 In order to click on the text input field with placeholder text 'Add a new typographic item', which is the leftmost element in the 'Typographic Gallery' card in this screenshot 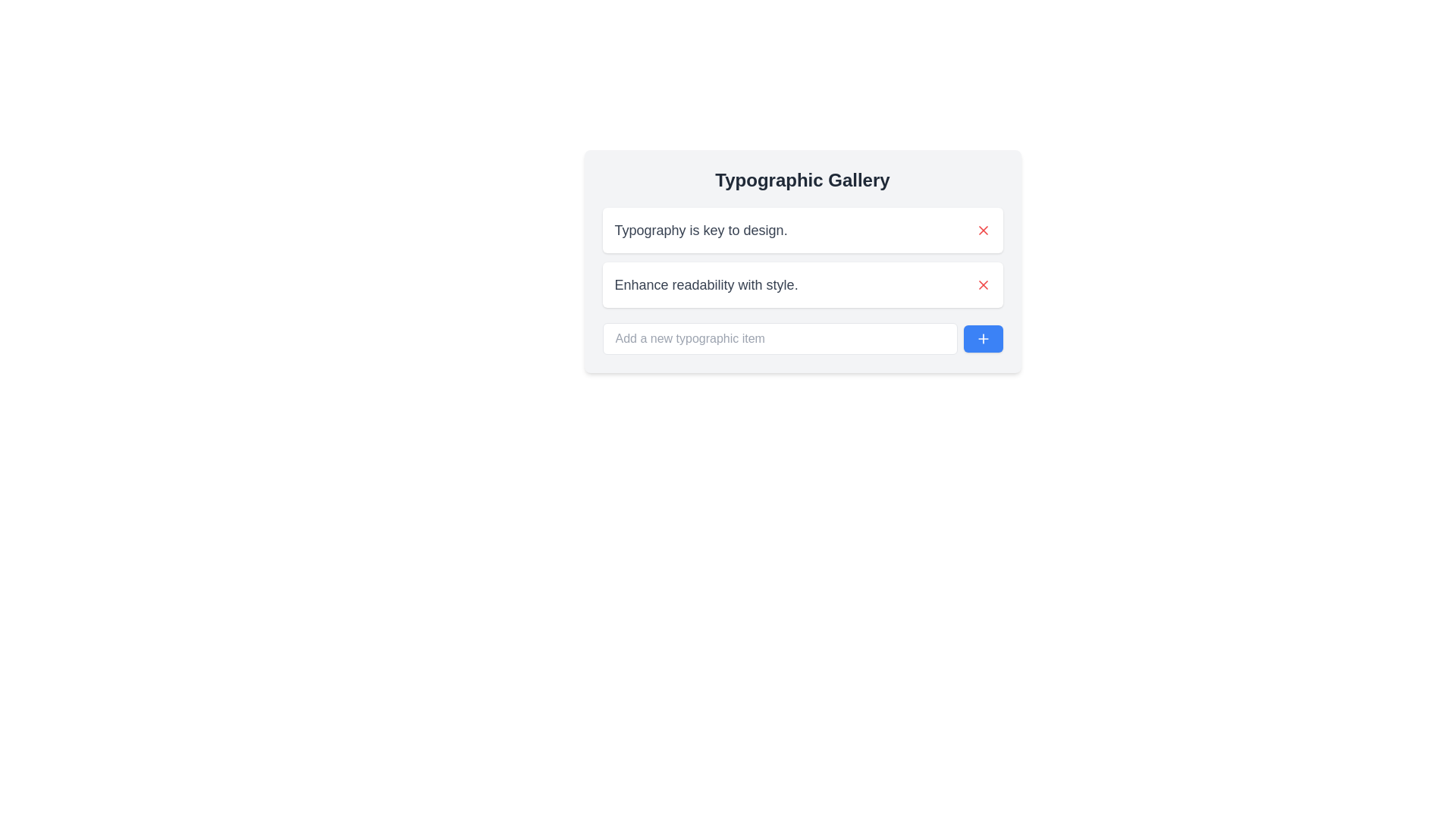, I will do `click(780, 338)`.